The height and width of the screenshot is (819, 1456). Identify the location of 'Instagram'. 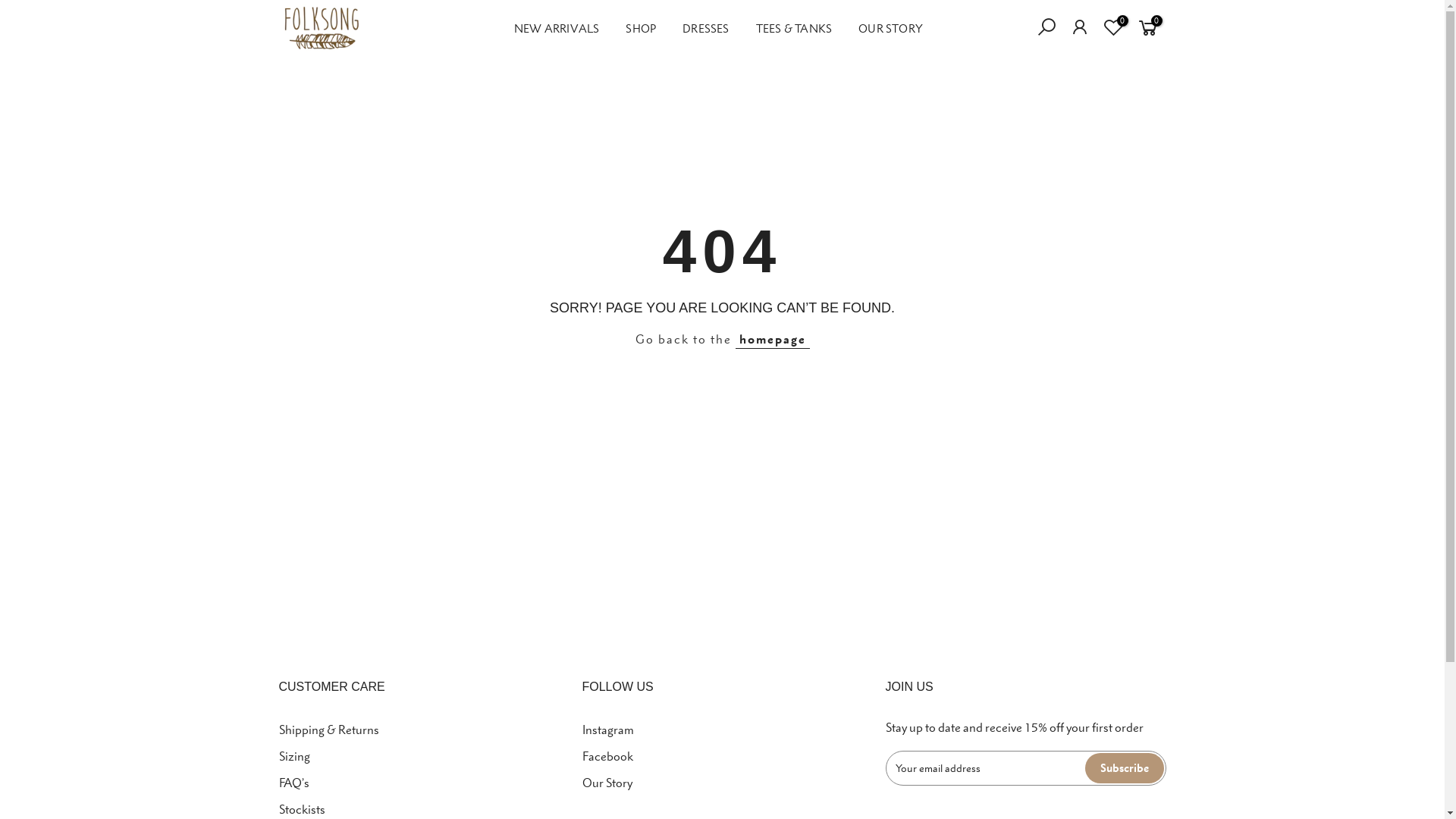
(582, 728).